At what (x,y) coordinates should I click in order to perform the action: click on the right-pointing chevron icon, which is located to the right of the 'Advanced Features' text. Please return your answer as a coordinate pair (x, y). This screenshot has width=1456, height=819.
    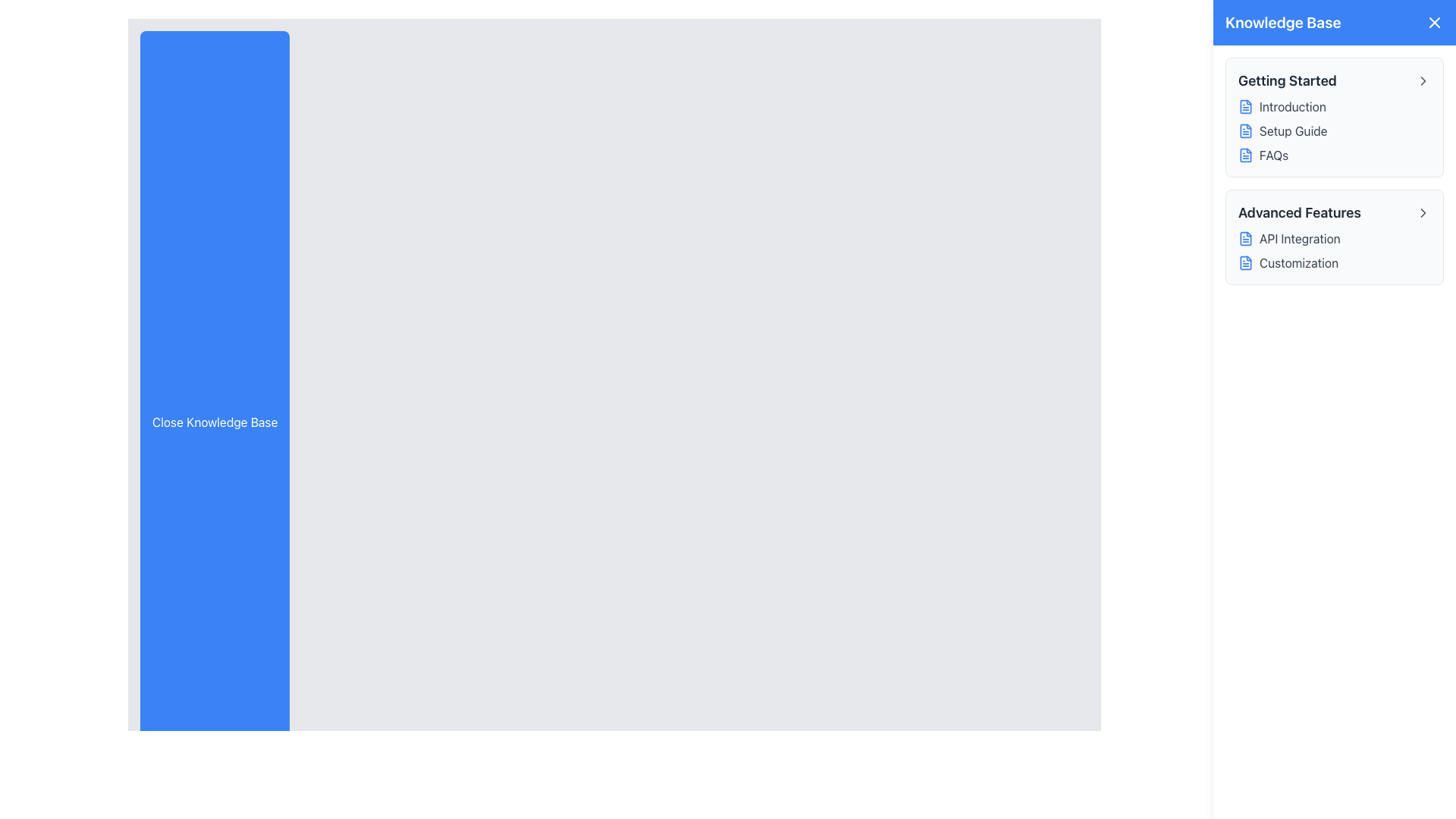
    Looking at the image, I should click on (1422, 213).